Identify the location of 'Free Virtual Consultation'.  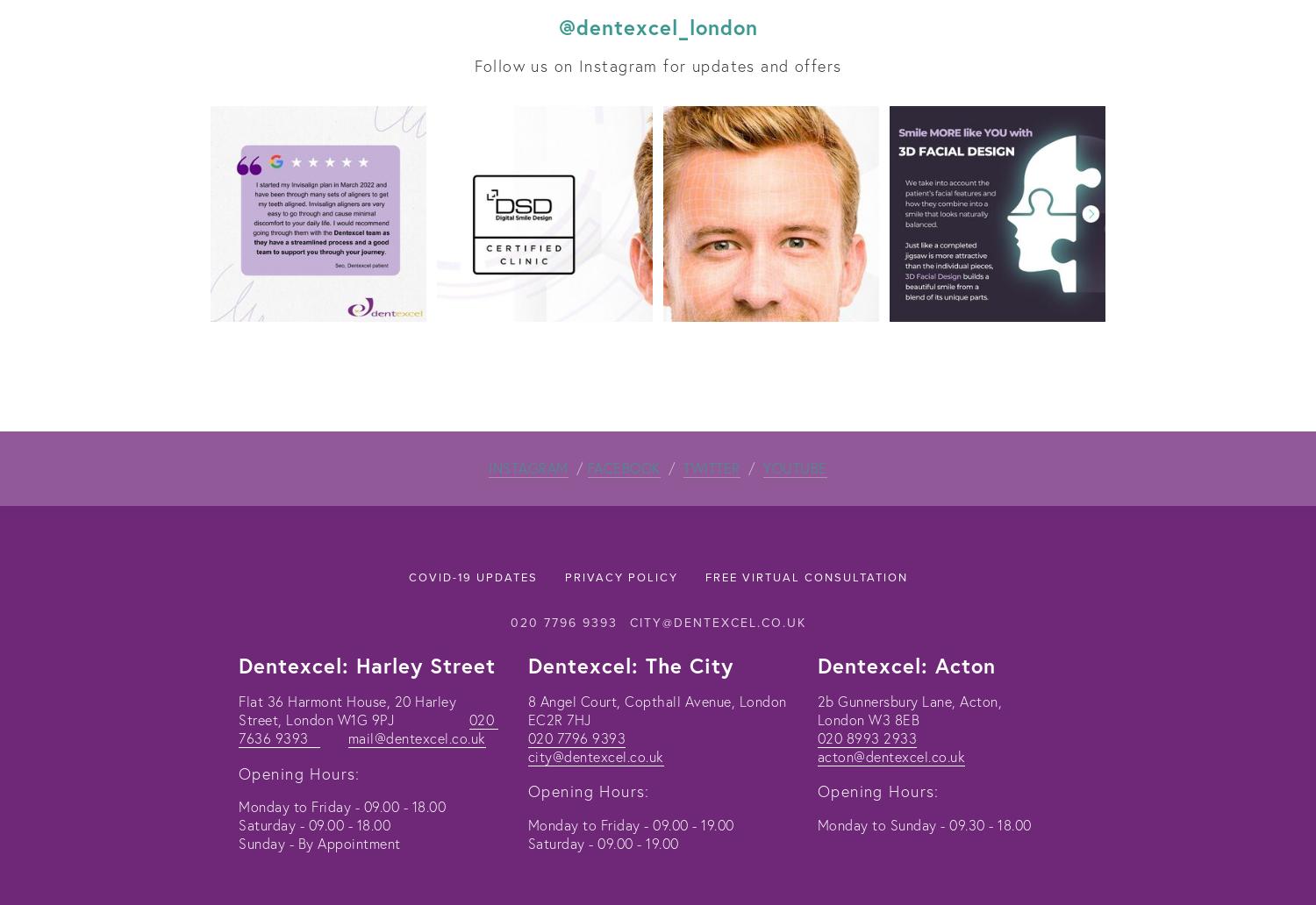
(805, 575).